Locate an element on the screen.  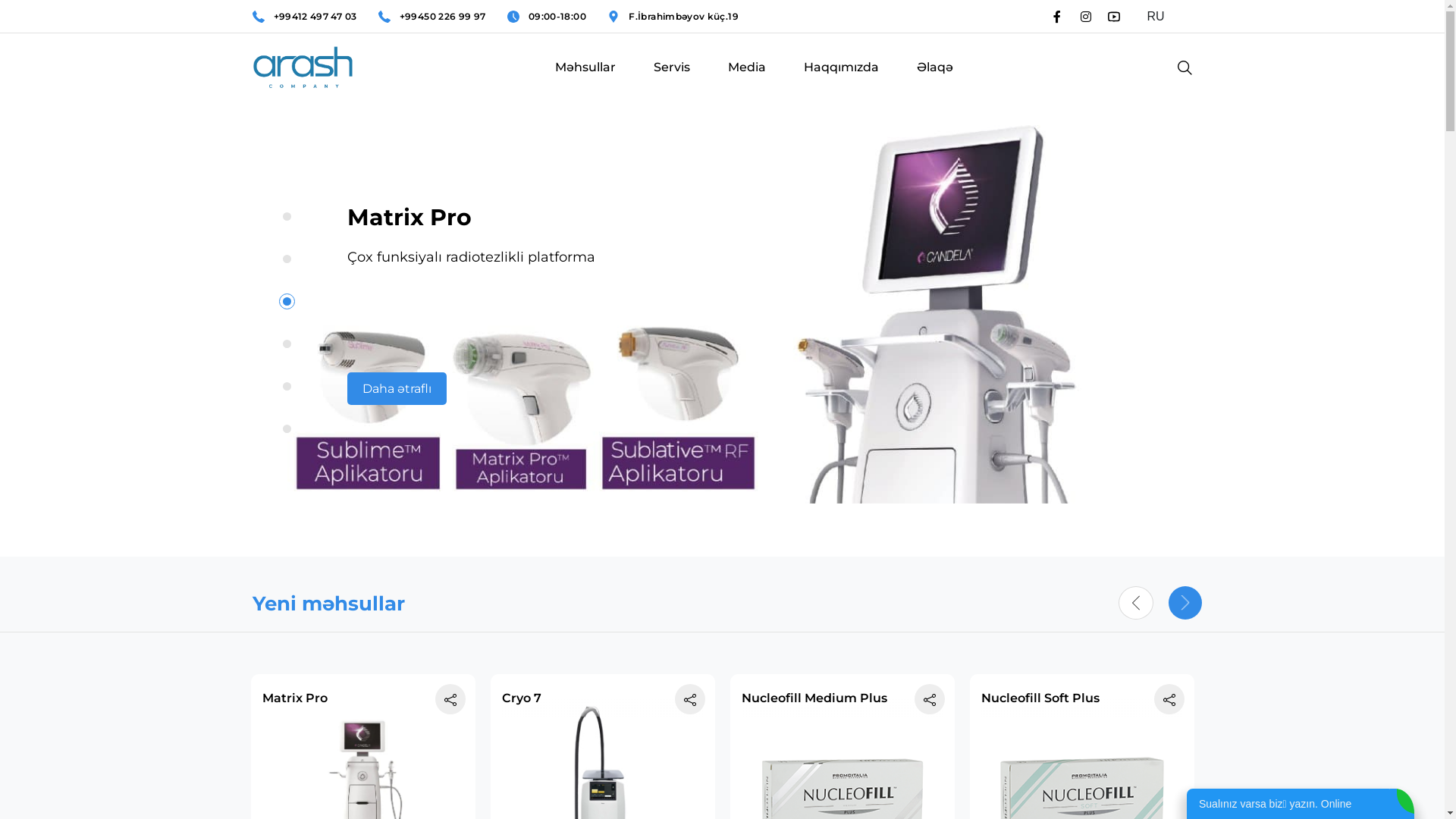
'+99450 226 99 97' is located at coordinates (442, 17).